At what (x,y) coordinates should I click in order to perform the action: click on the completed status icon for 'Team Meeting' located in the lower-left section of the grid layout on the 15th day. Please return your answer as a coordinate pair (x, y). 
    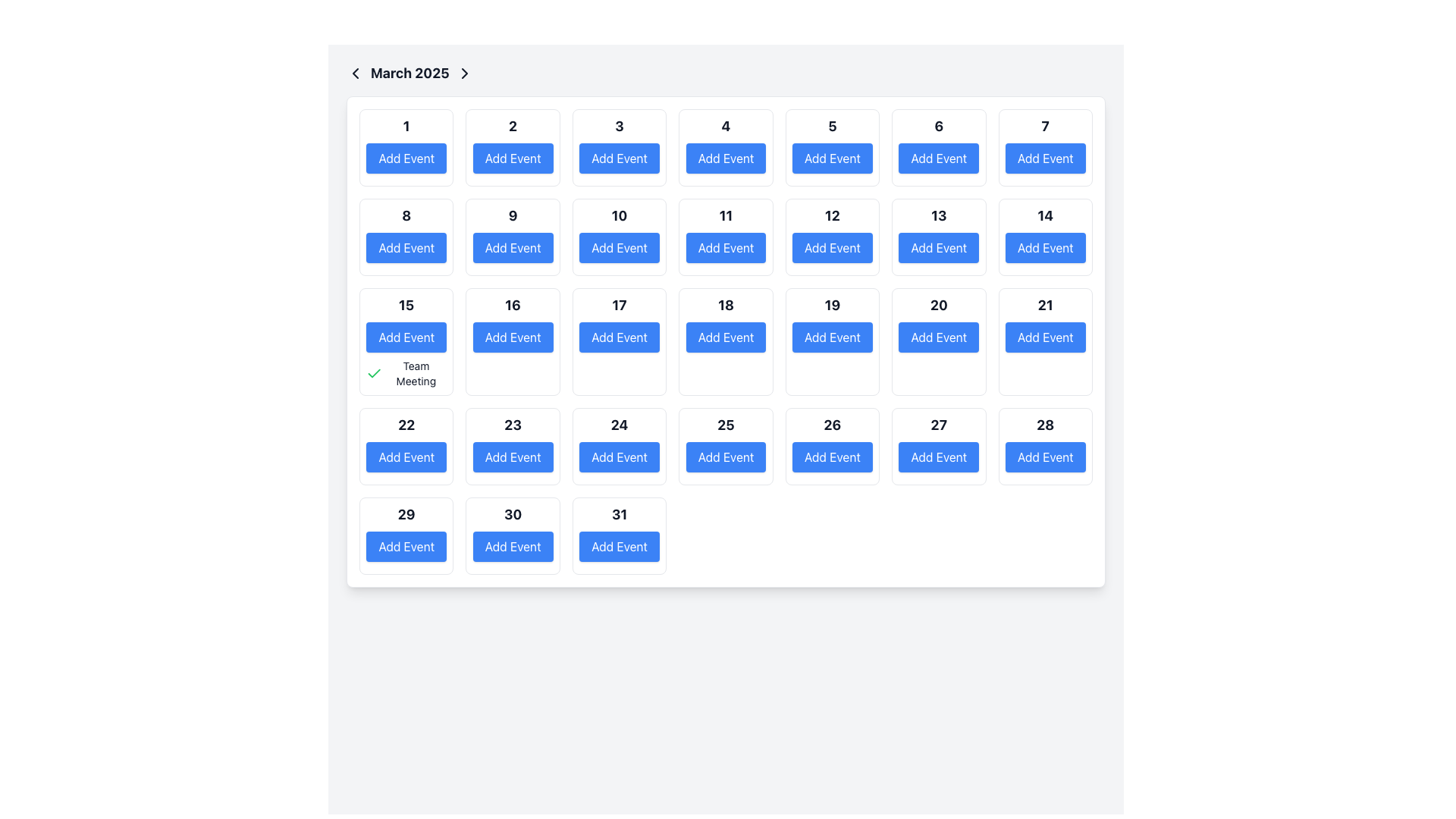
    Looking at the image, I should click on (374, 374).